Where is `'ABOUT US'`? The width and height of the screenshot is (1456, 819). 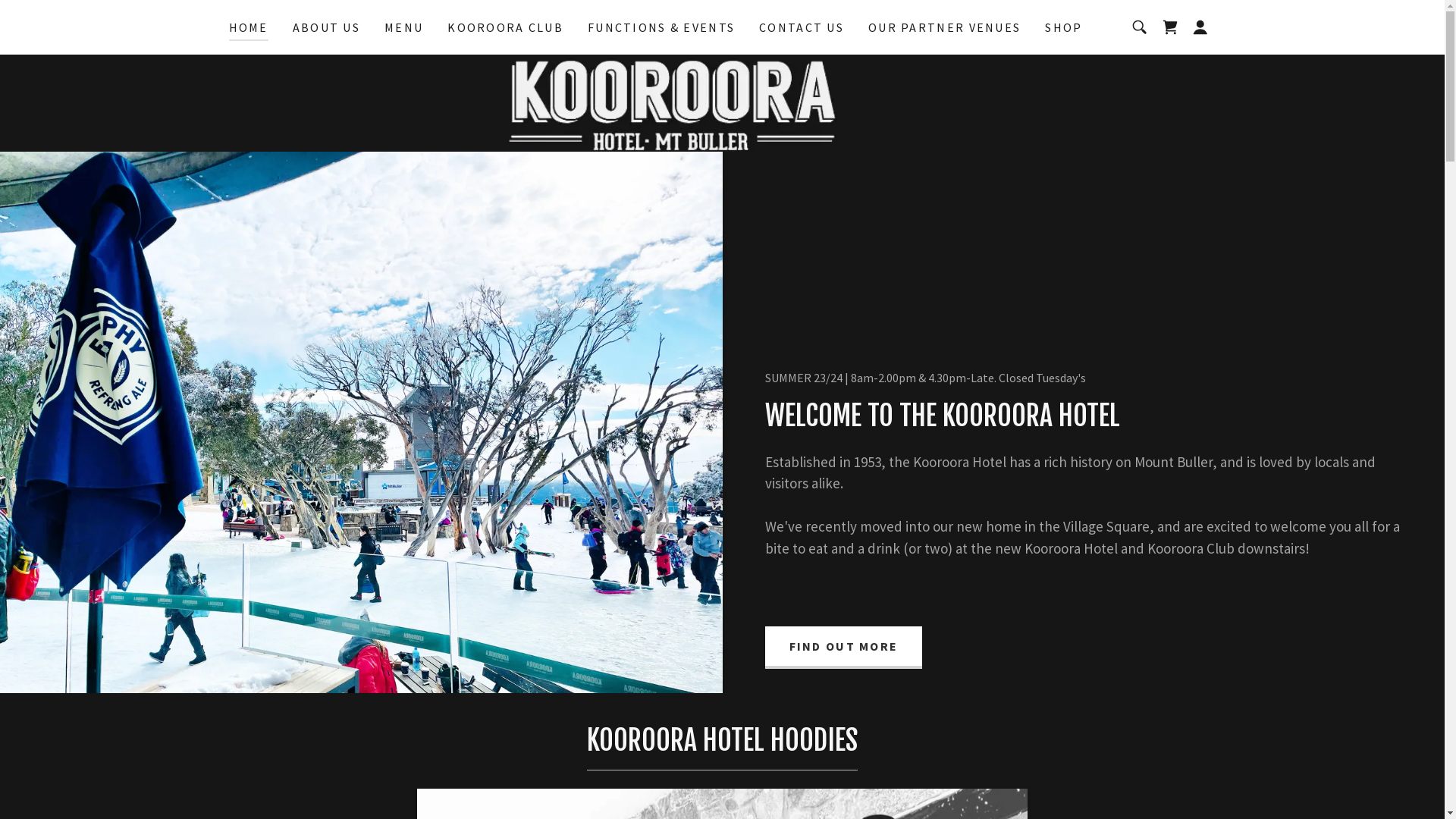 'ABOUT US' is located at coordinates (325, 27).